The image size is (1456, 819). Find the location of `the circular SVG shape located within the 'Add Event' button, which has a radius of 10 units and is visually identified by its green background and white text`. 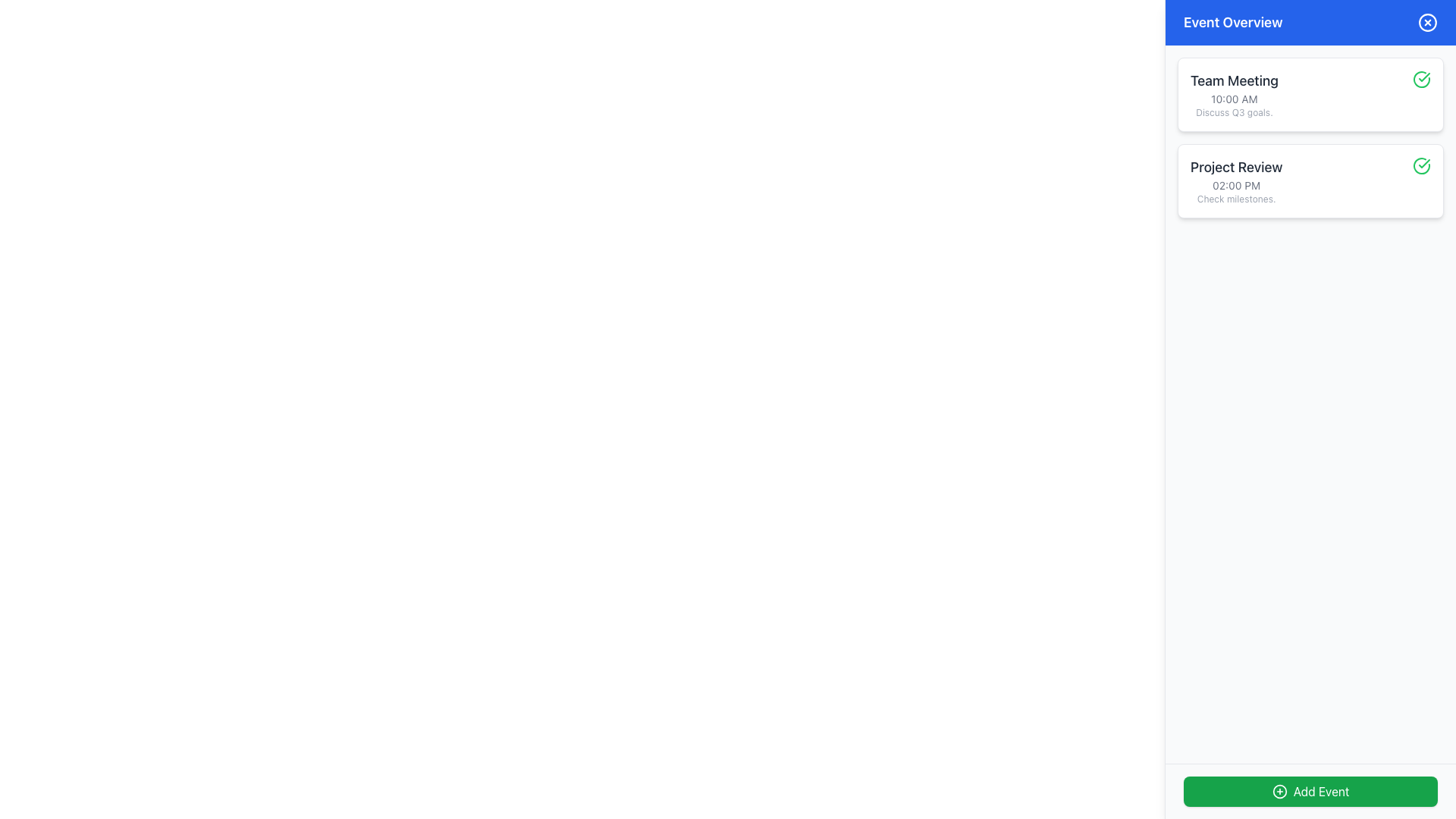

the circular SVG shape located within the 'Add Event' button, which has a radius of 10 units and is visually identified by its green background and white text is located at coordinates (1279, 791).